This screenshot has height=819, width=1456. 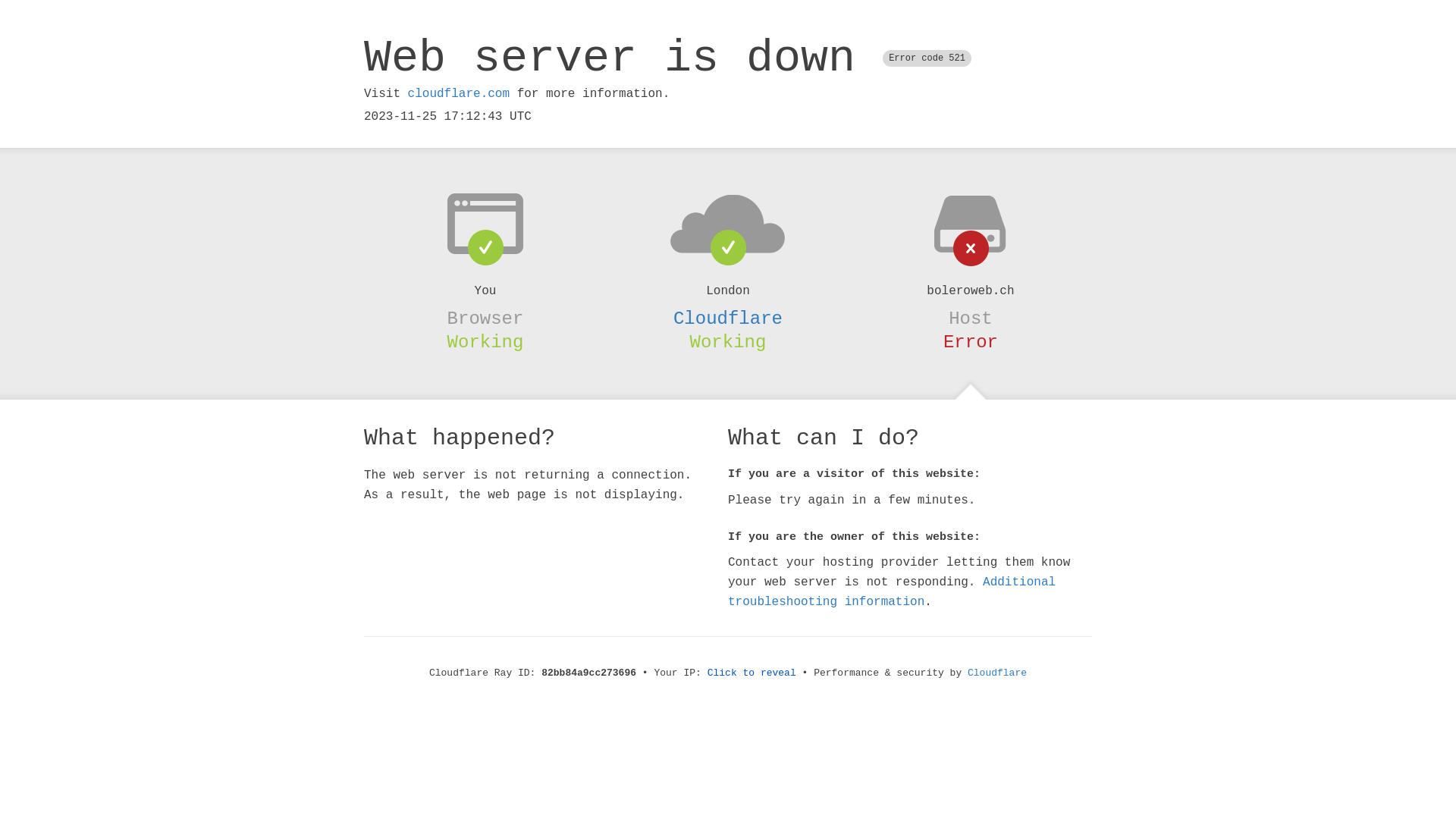 What do you see at coordinates (752, 672) in the screenshot?
I see `'Click to reveal'` at bounding box center [752, 672].